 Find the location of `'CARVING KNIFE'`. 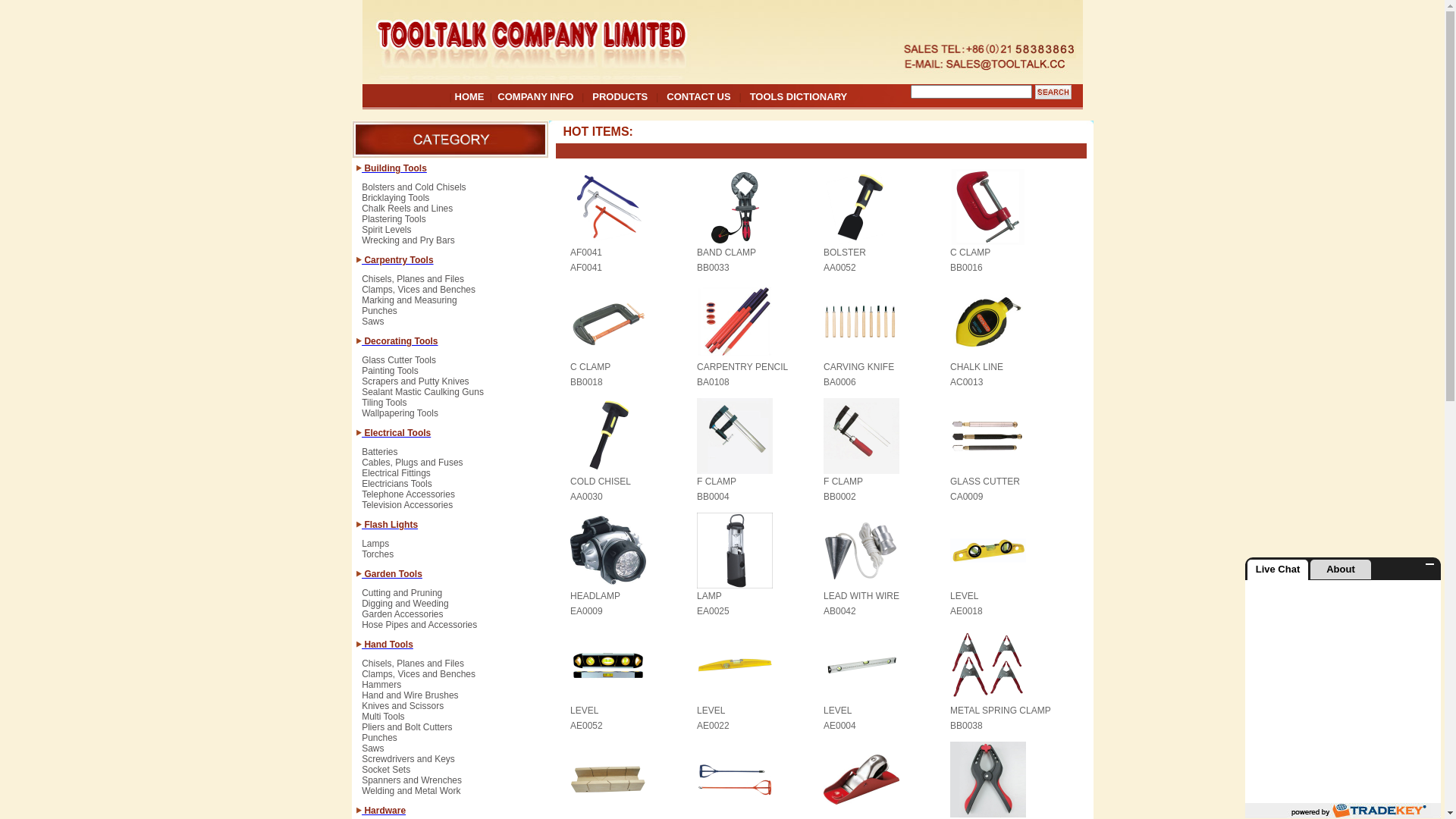

'CARVING KNIFE' is located at coordinates (858, 366).